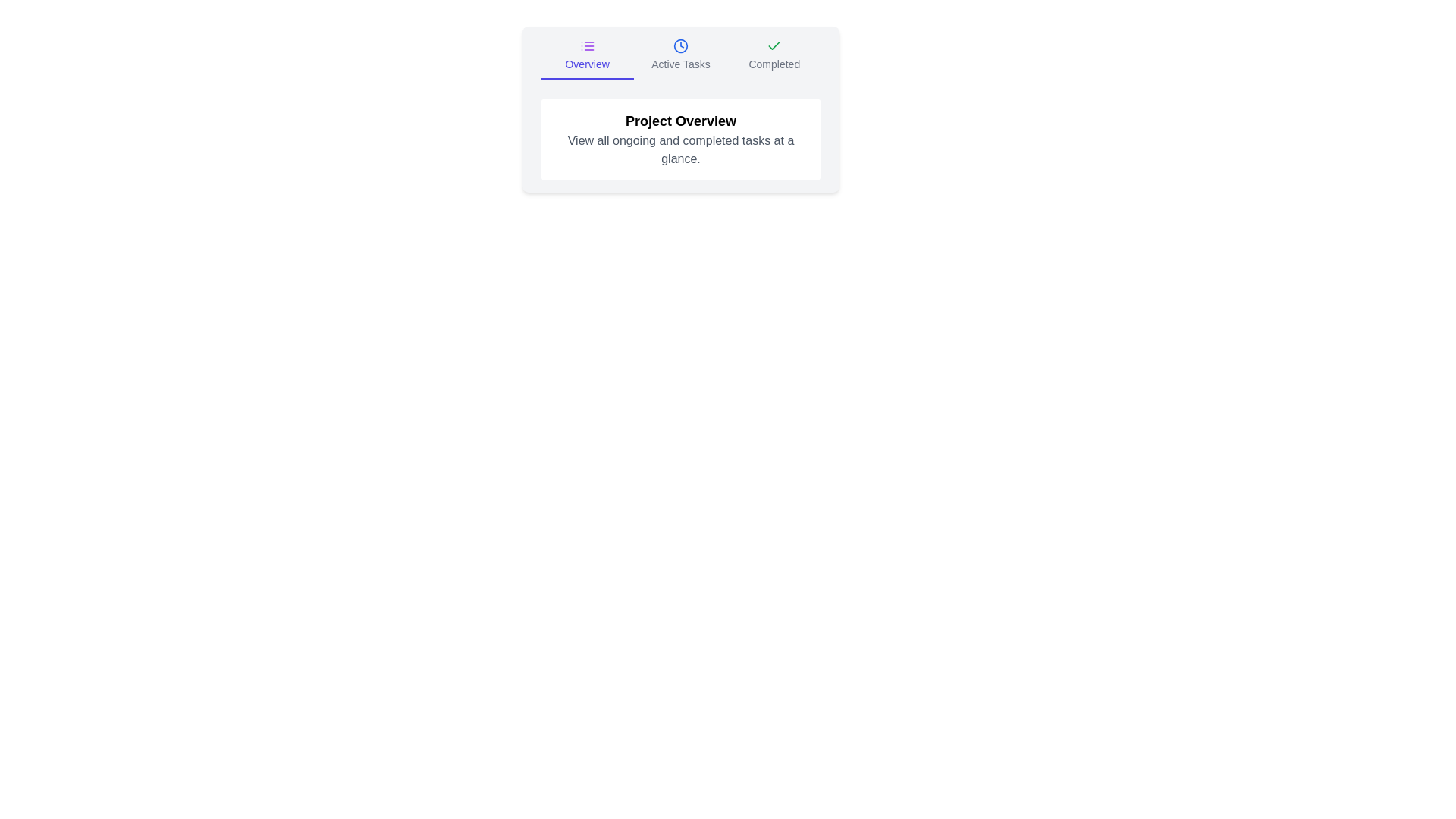  Describe the element at coordinates (585, 58) in the screenshot. I see `the tab labeled Overview to inspect its content` at that location.